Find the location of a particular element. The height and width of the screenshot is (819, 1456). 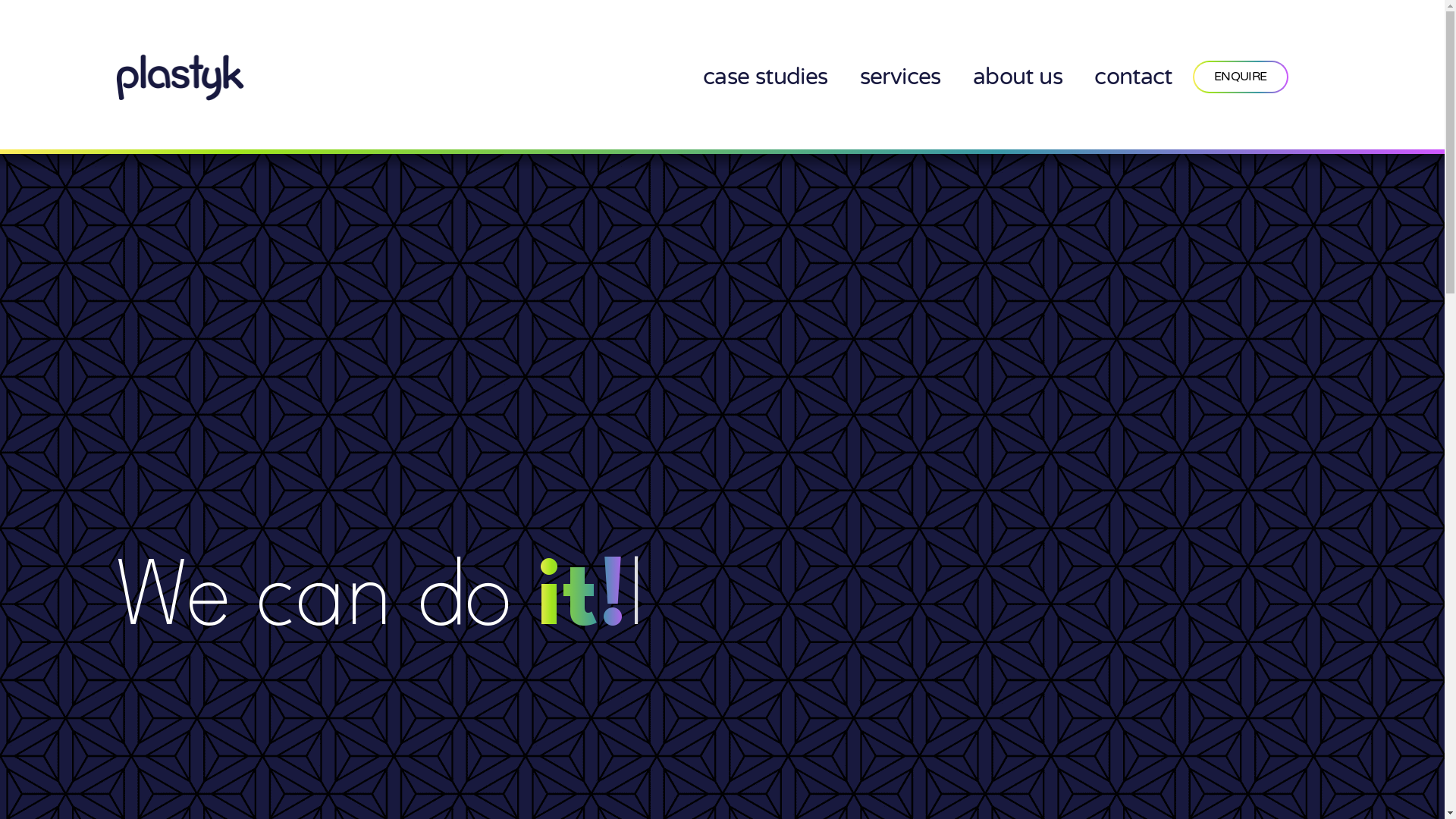

'case studies' is located at coordinates (765, 77).